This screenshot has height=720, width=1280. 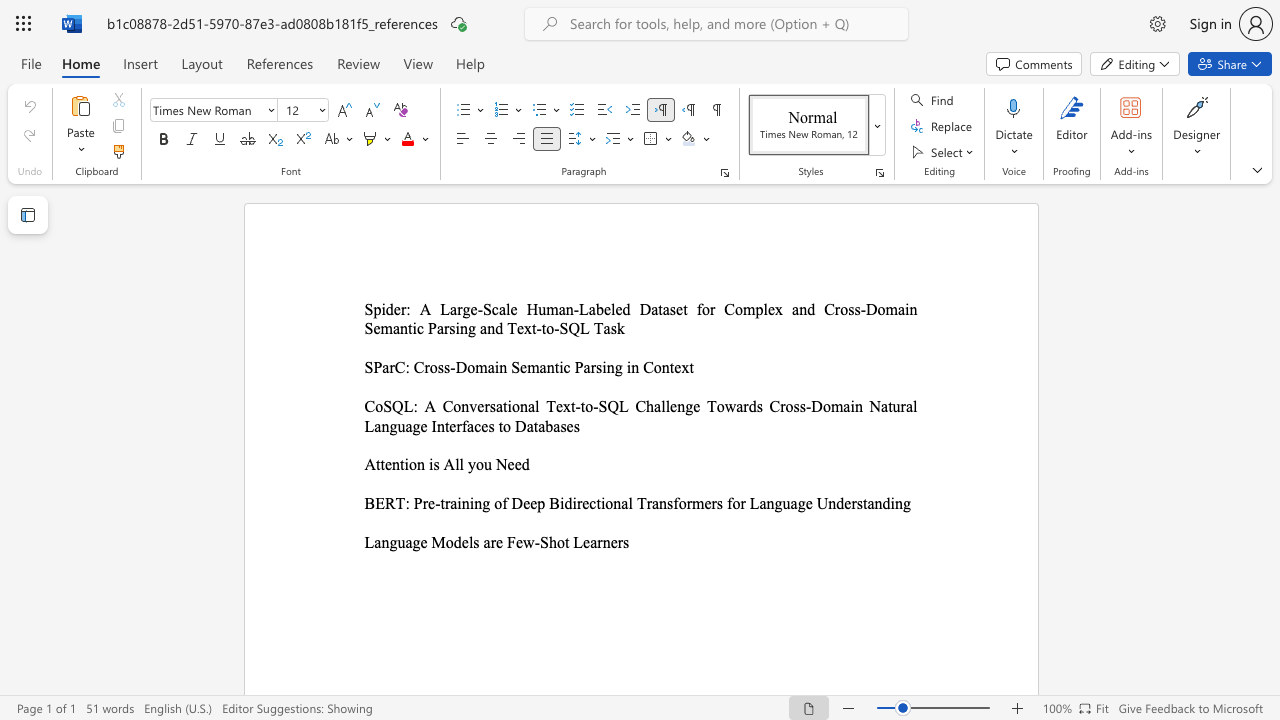 What do you see at coordinates (519, 405) in the screenshot?
I see `the subset text "nal Text-to-SQL Challenge Towards Cross-Domain Na" within the text "CoSQL: A Conversational Text-to-SQL Challenge Towards Cross-Domain Natural Language Interfaces to Databases"` at bounding box center [519, 405].